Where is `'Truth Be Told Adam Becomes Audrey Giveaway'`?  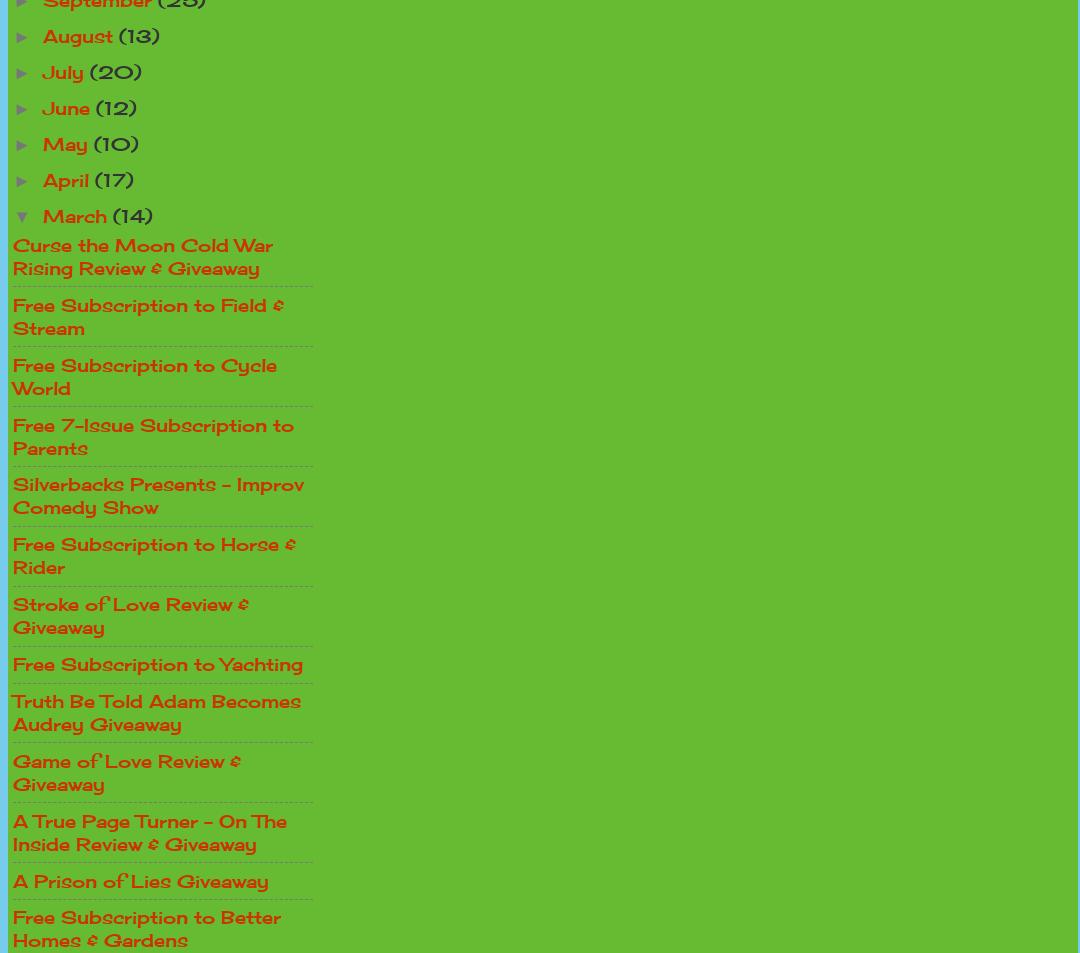 'Truth Be Told Adam Becomes Audrey Giveaway' is located at coordinates (156, 711).